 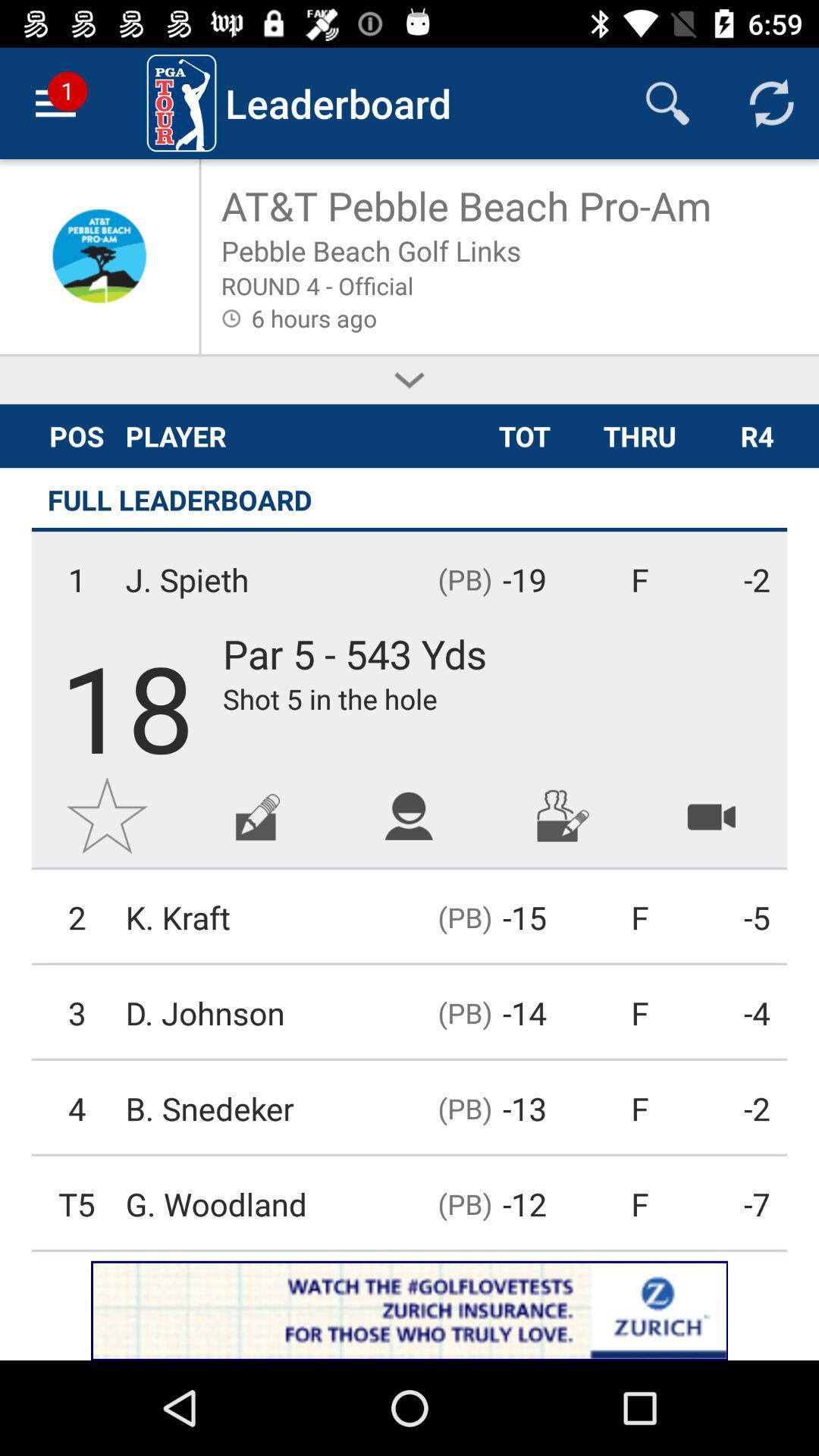 I want to click on open type box, so click(x=257, y=814).